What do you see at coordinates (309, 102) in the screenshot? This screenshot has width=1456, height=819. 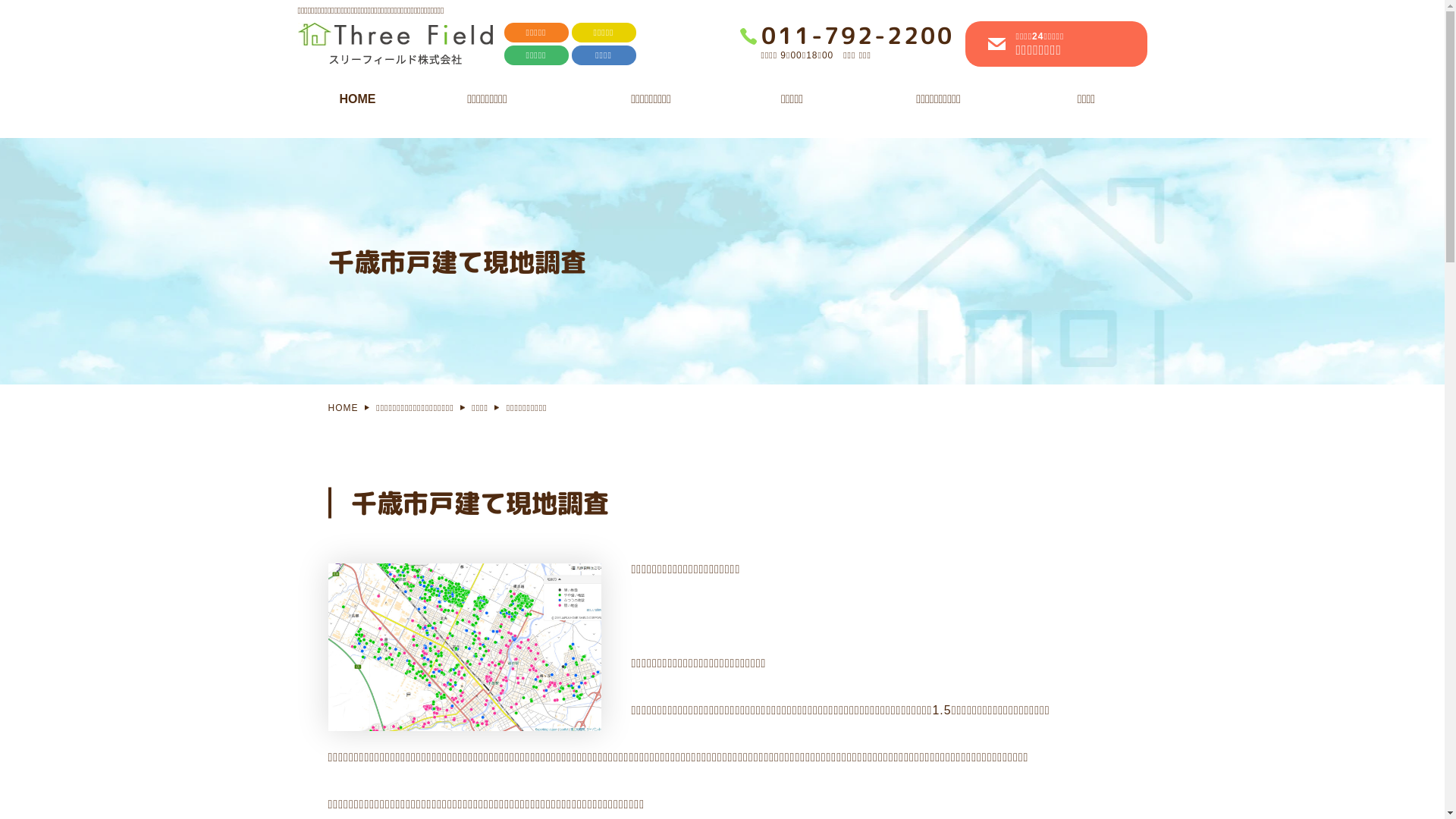 I see `'HOME'` at bounding box center [309, 102].